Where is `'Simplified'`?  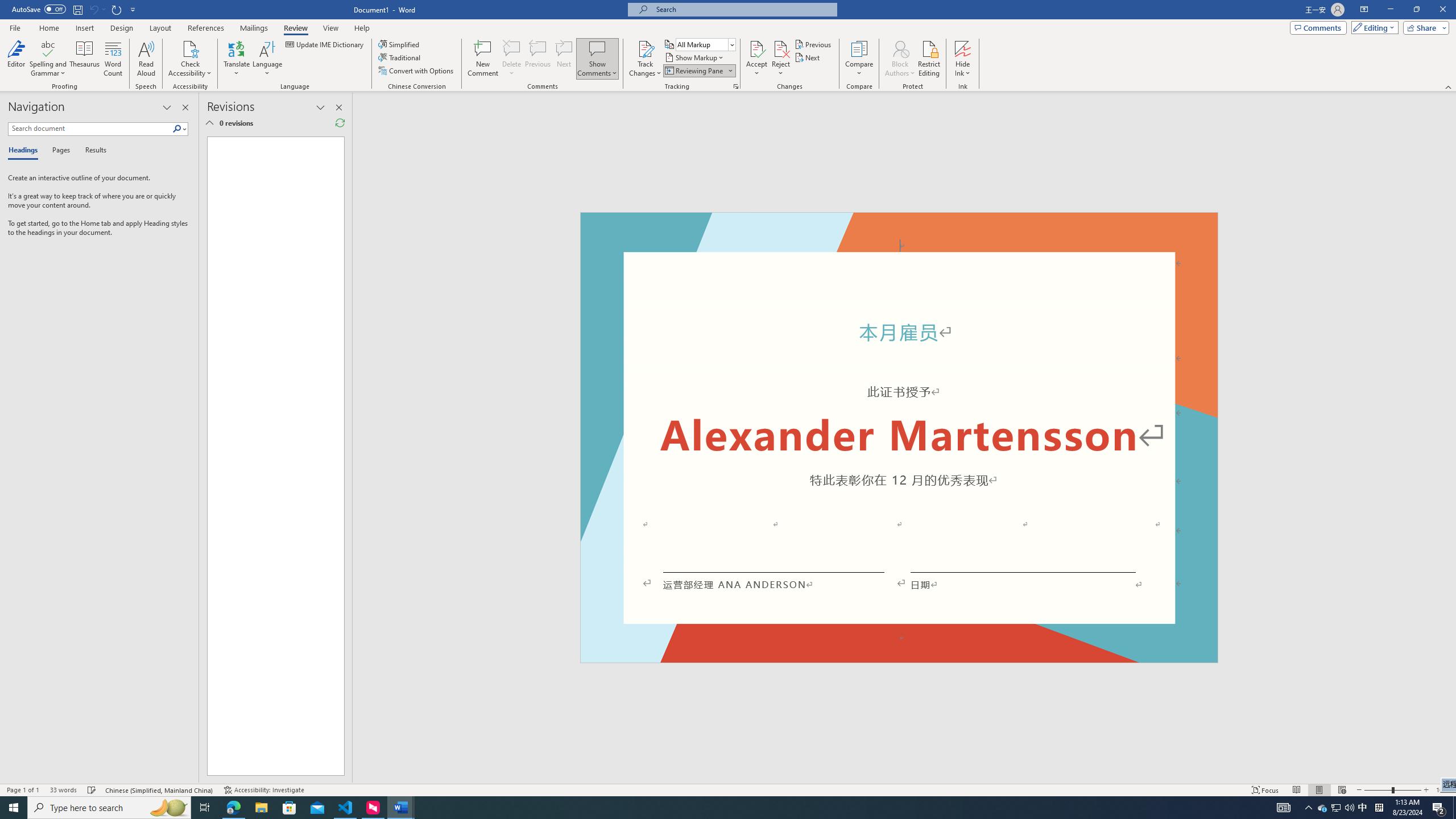
'Simplified' is located at coordinates (400, 44).